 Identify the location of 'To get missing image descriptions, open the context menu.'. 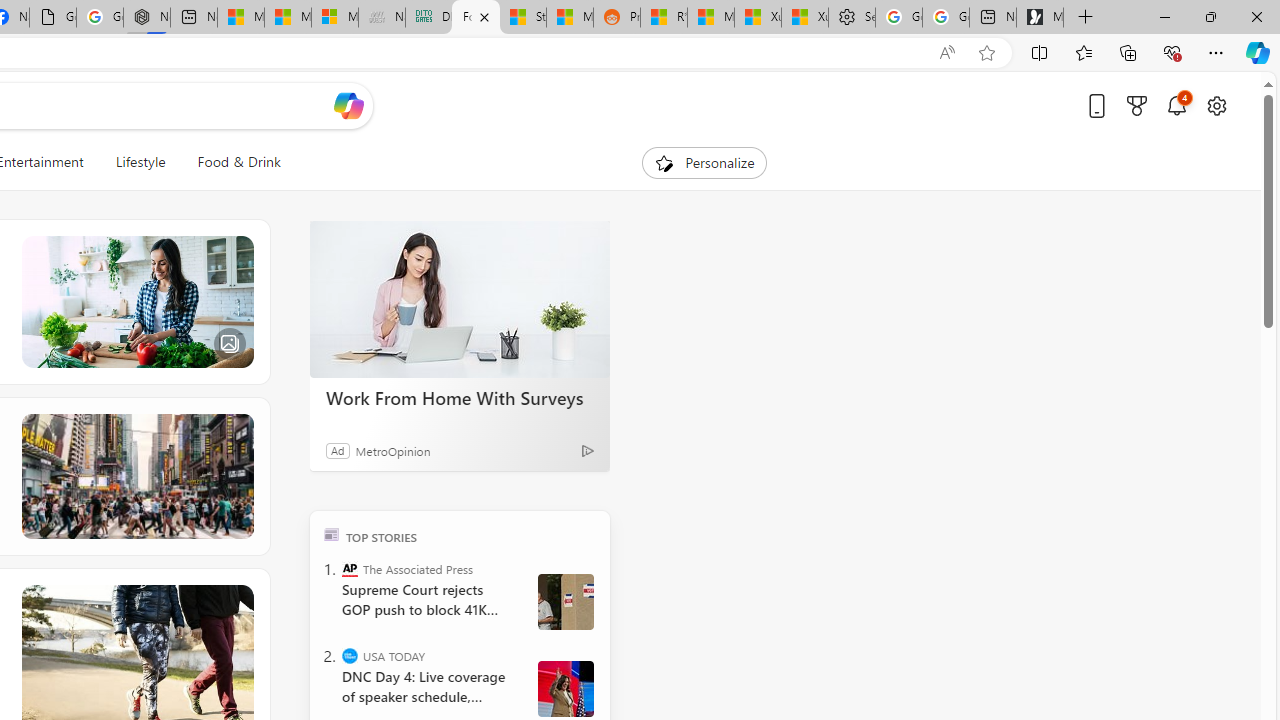
(664, 161).